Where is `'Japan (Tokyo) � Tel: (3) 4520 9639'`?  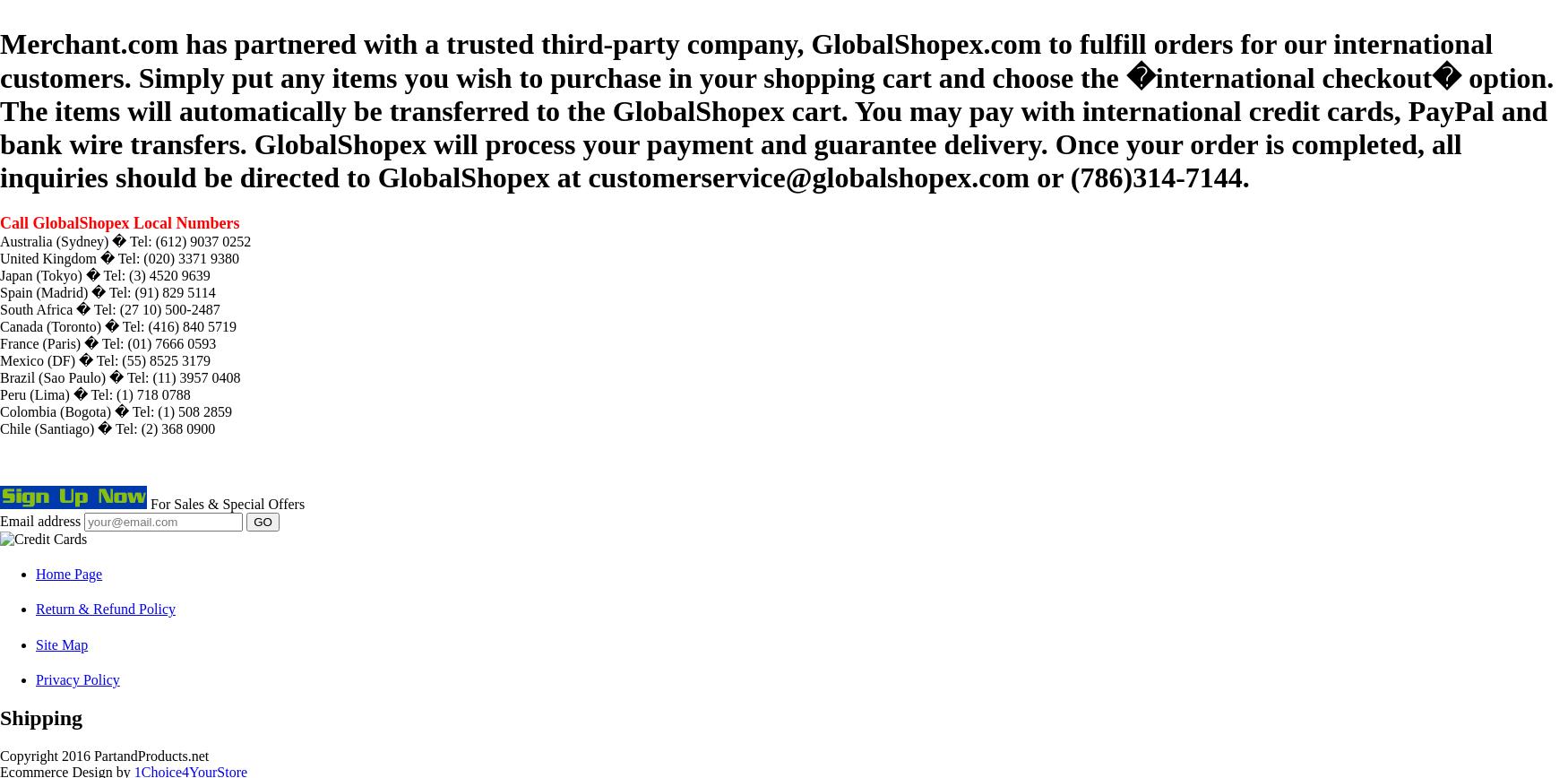
'Japan (Tokyo) � Tel: (3) 4520 9639' is located at coordinates (105, 274).